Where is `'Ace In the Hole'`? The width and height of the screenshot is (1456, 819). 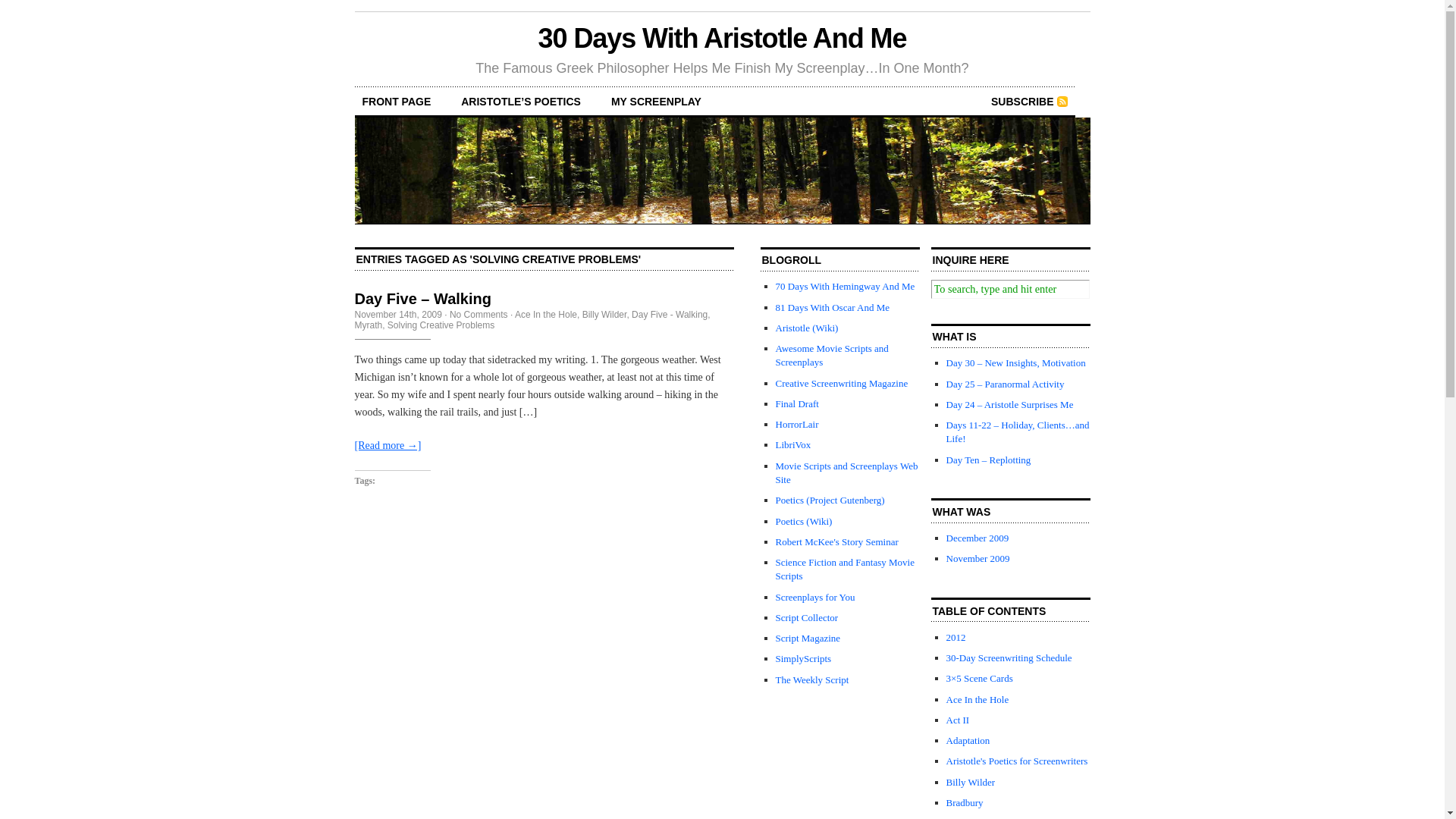
'Ace In the Hole' is located at coordinates (977, 699).